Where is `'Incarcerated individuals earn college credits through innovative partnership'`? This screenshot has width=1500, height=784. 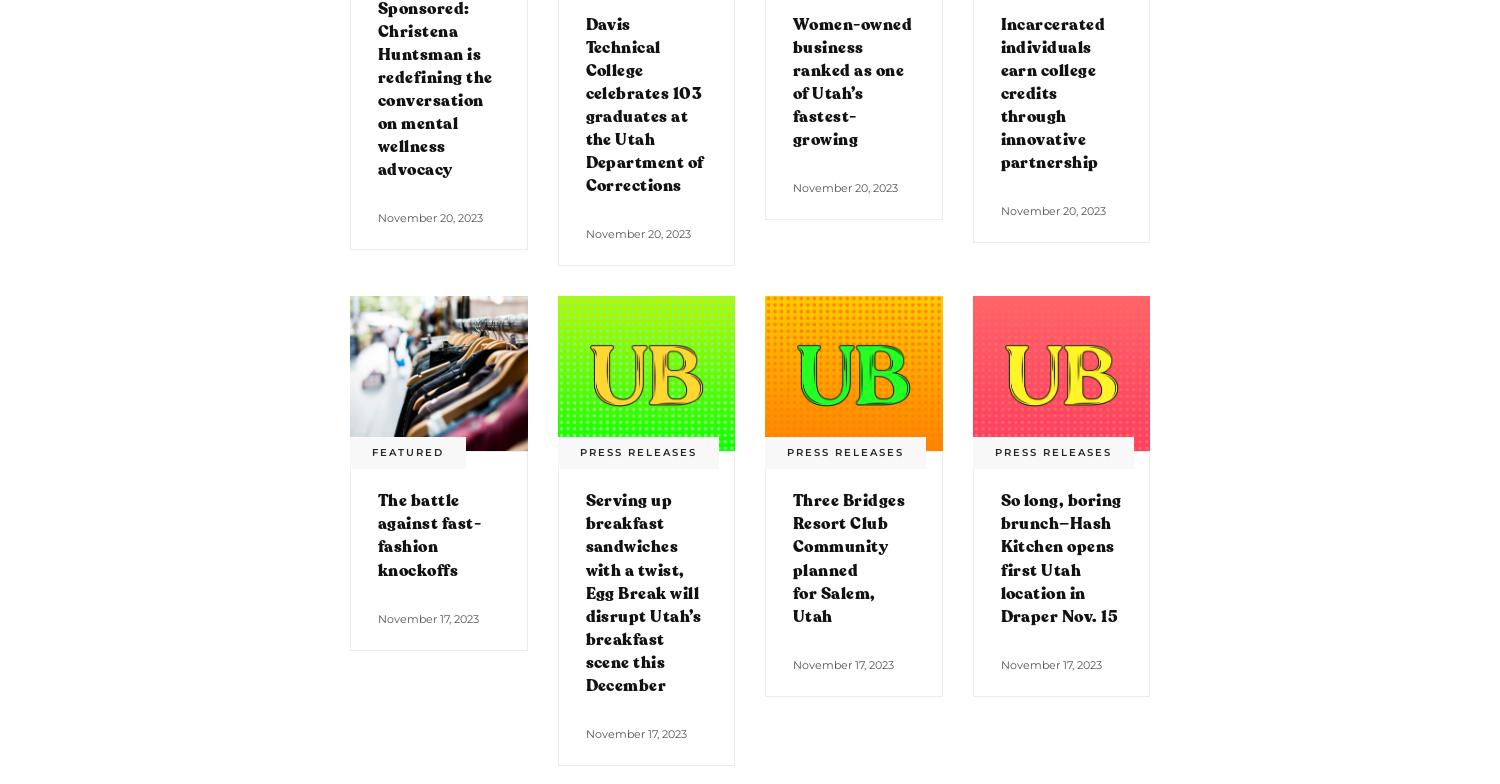
'Incarcerated individuals earn college credits through innovative partnership' is located at coordinates (1052, 93).